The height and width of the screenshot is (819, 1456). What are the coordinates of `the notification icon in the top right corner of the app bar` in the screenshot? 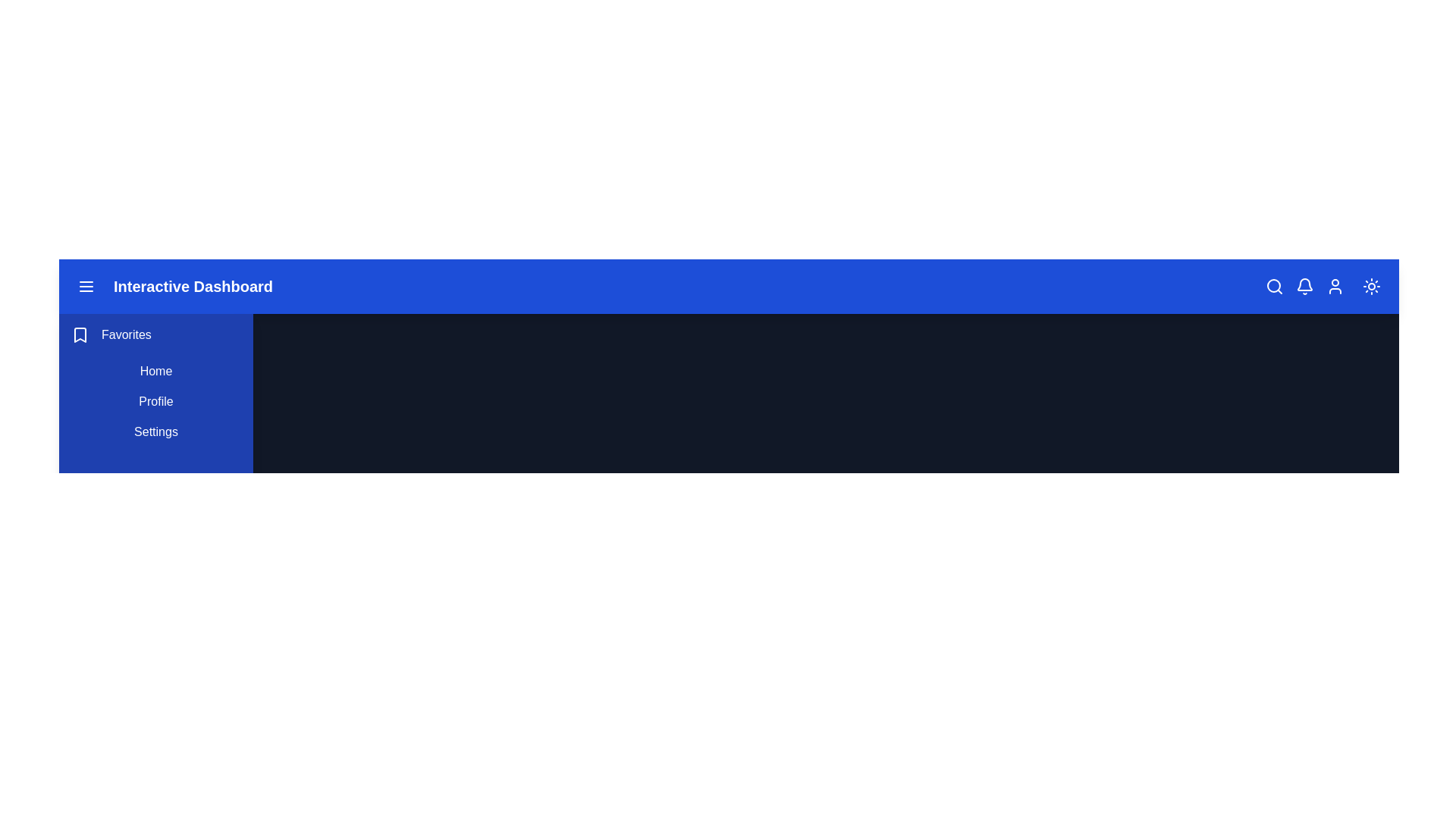 It's located at (1304, 287).